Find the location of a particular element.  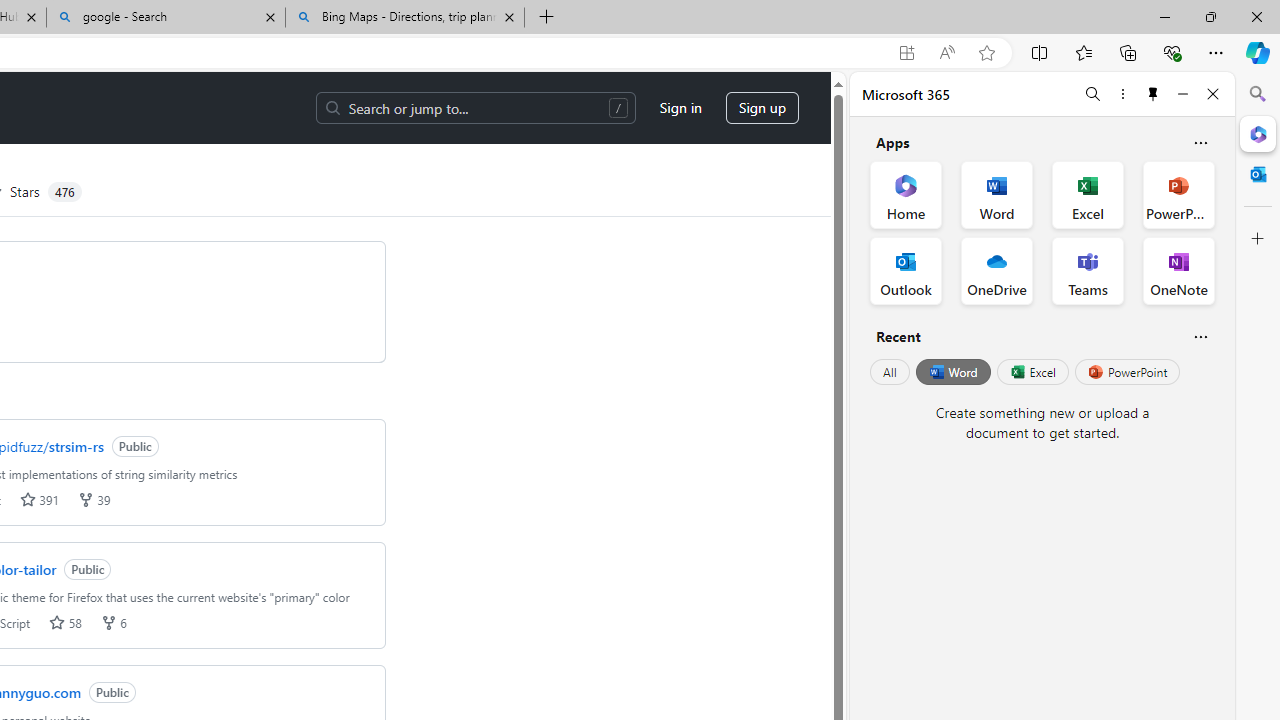

'stars' is located at coordinates (57, 621).